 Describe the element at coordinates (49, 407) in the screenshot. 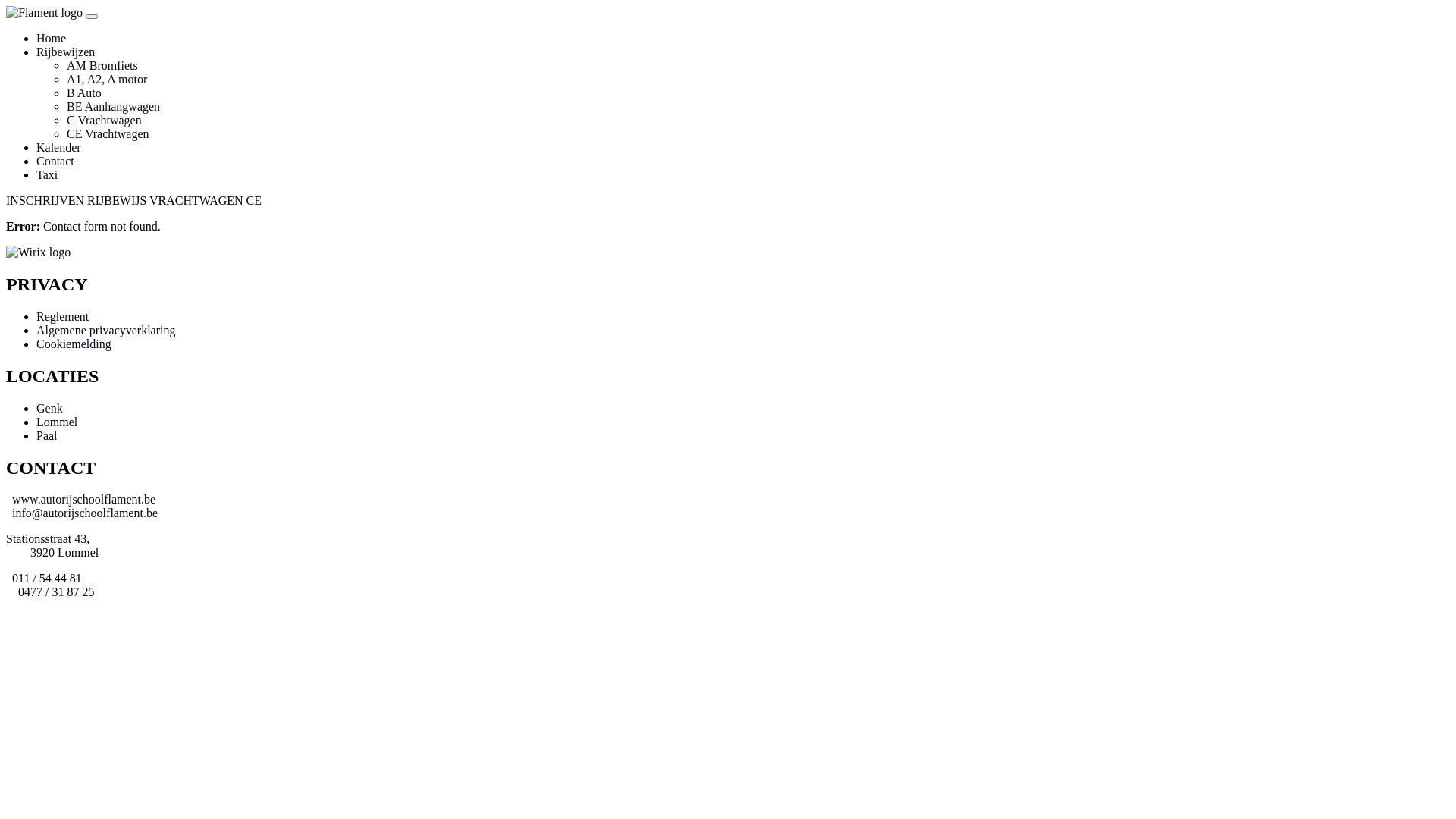

I see `'Genk'` at that location.